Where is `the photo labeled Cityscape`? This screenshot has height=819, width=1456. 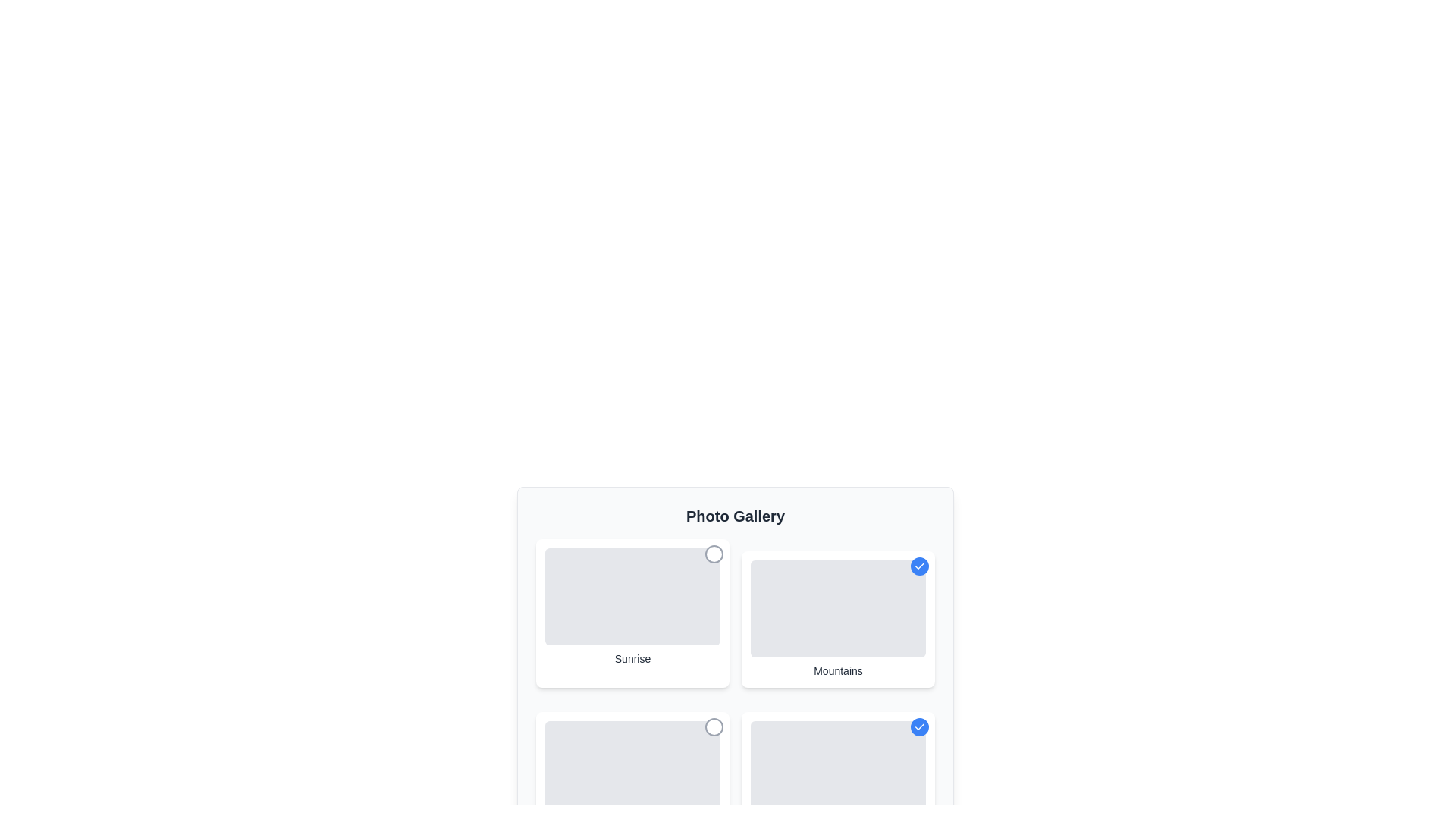 the photo labeled Cityscape is located at coordinates (713, 726).